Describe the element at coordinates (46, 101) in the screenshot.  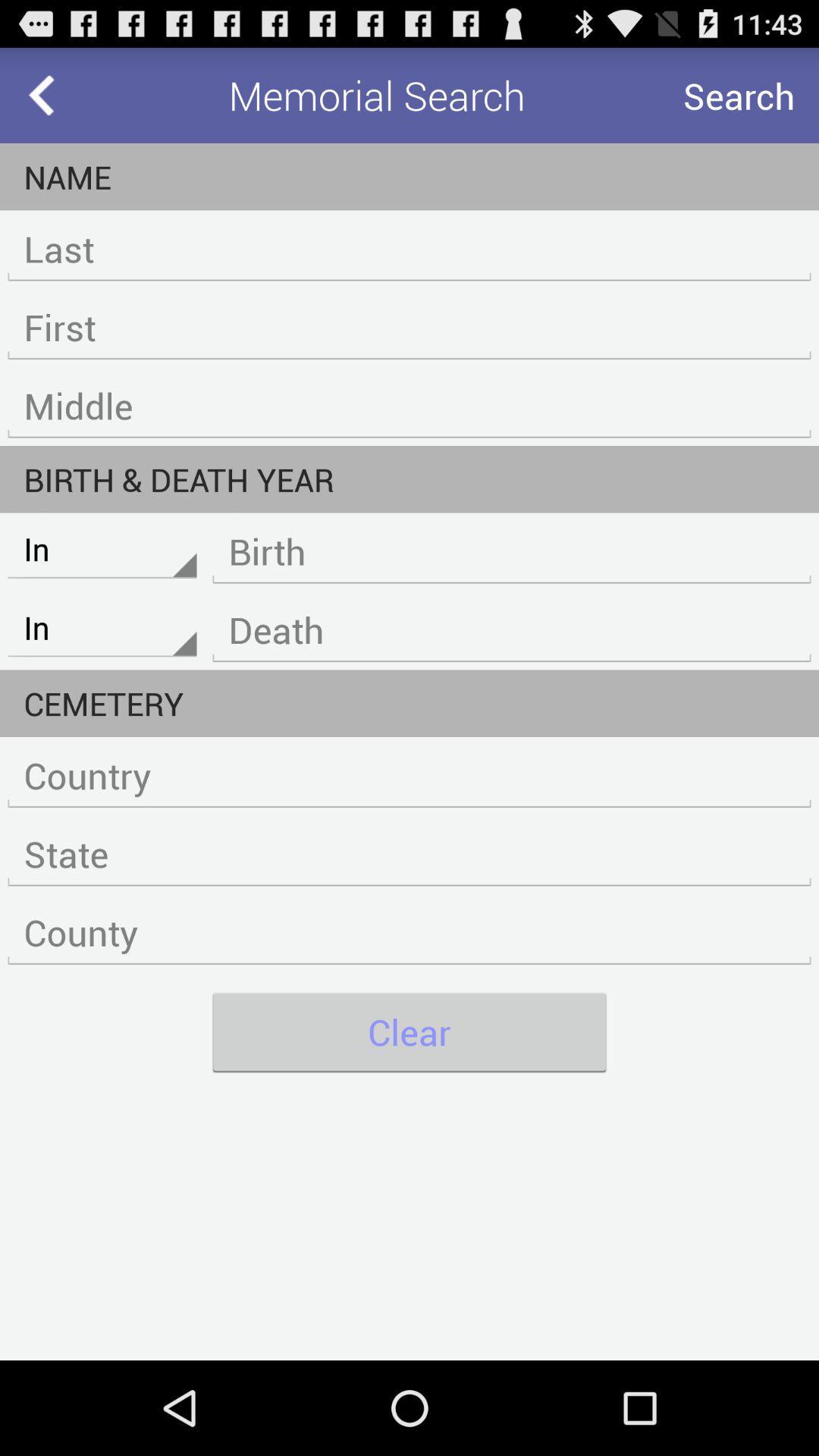
I see `the arrow_backward icon` at that location.